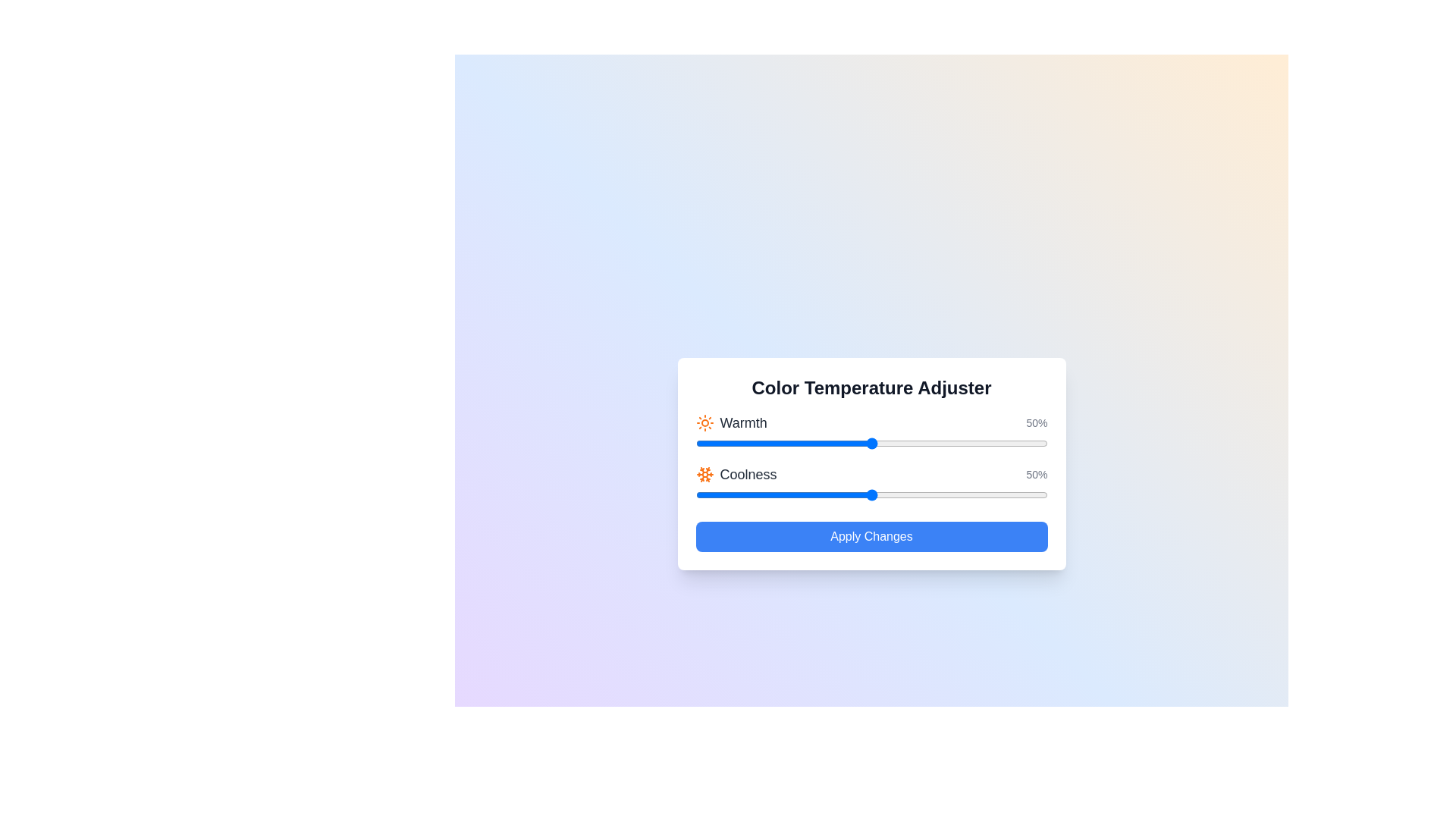 This screenshot has width=1456, height=819. What do you see at coordinates (871, 536) in the screenshot?
I see `the 'Apply Changes' button` at bounding box center [871, 536].